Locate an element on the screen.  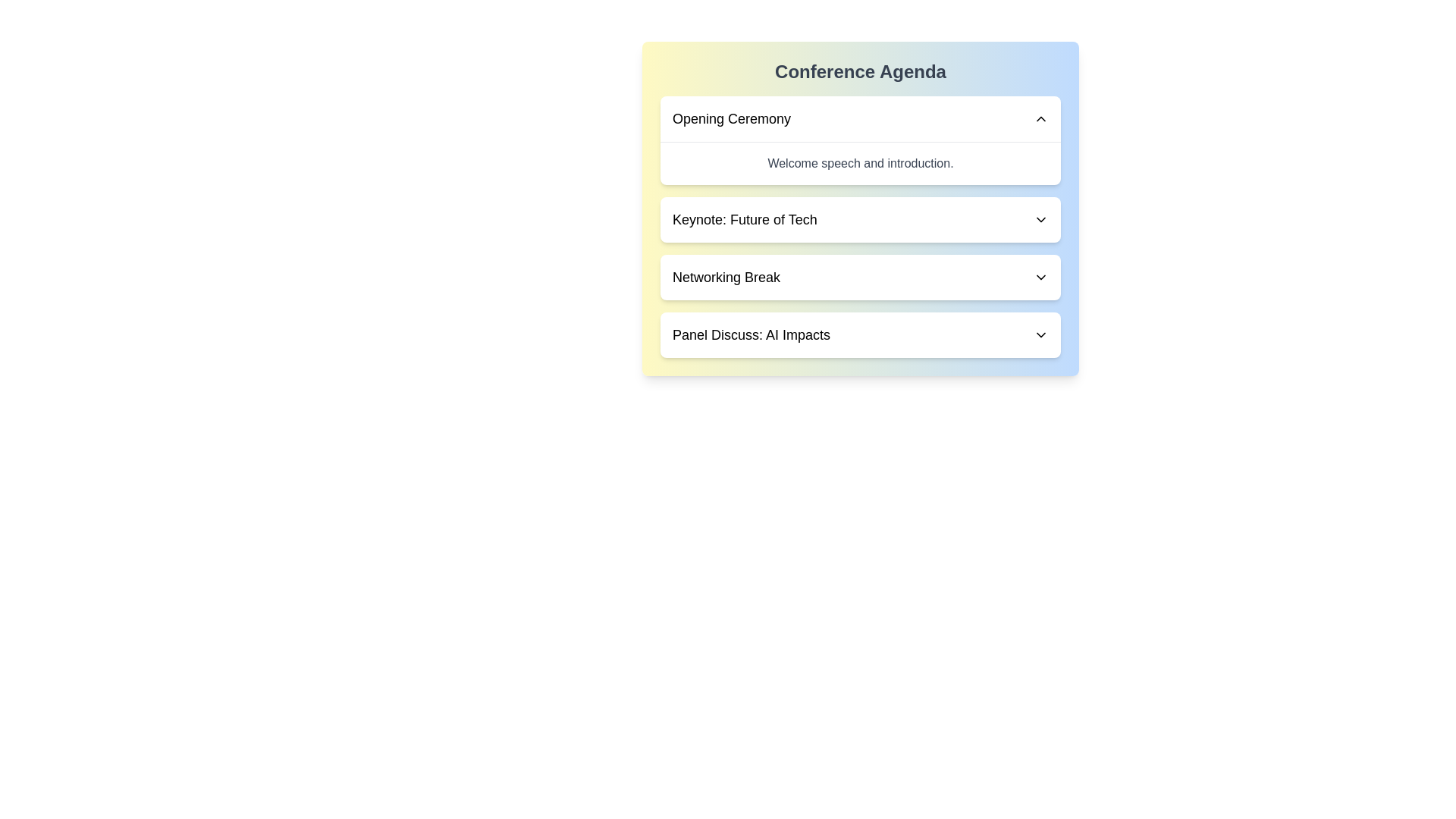
the agenda item title corresponding to Keynote: Future of Tech is located at coordinates (745, 219).